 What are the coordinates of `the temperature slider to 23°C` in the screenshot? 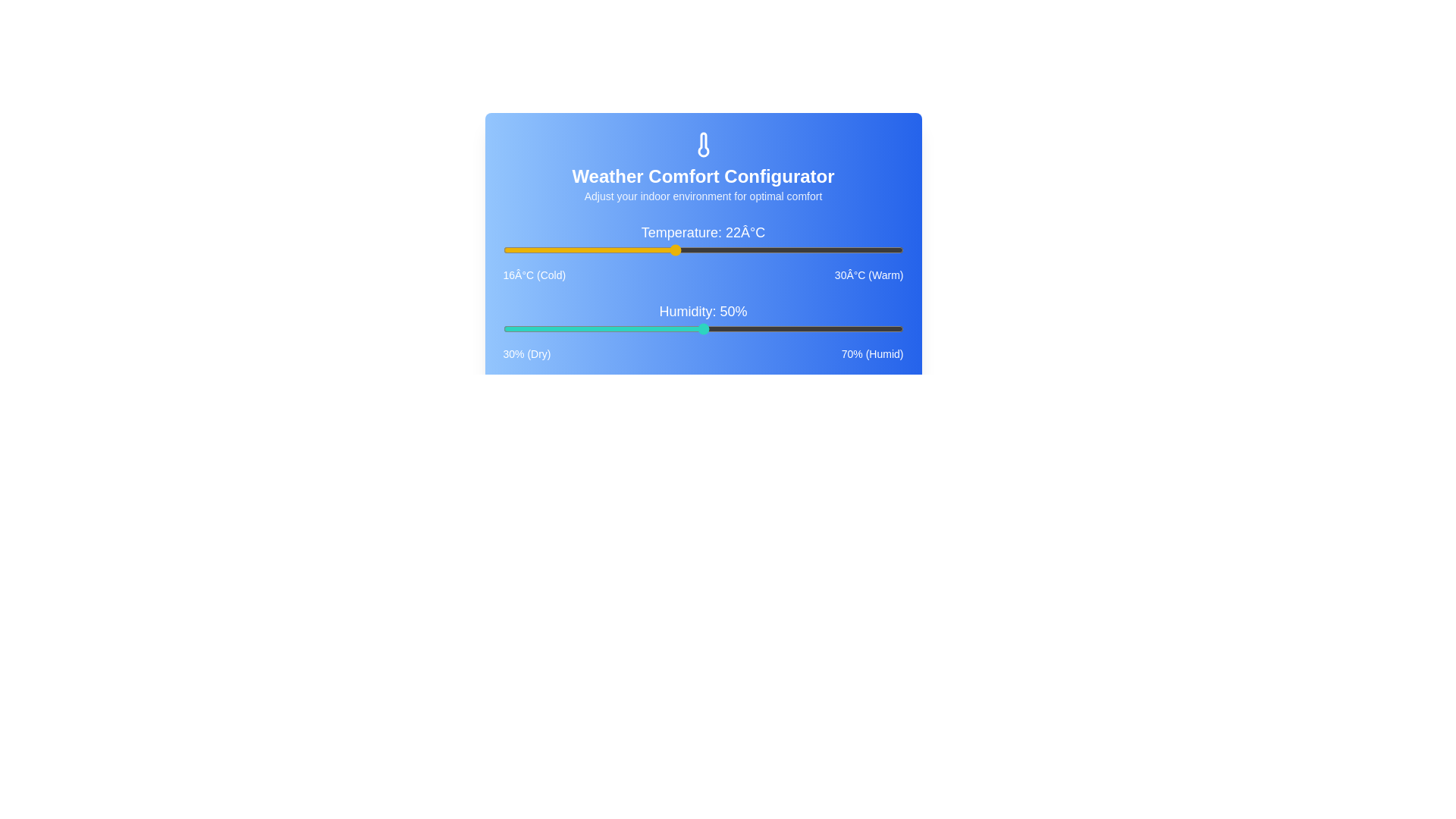 It's located at (702, 249).